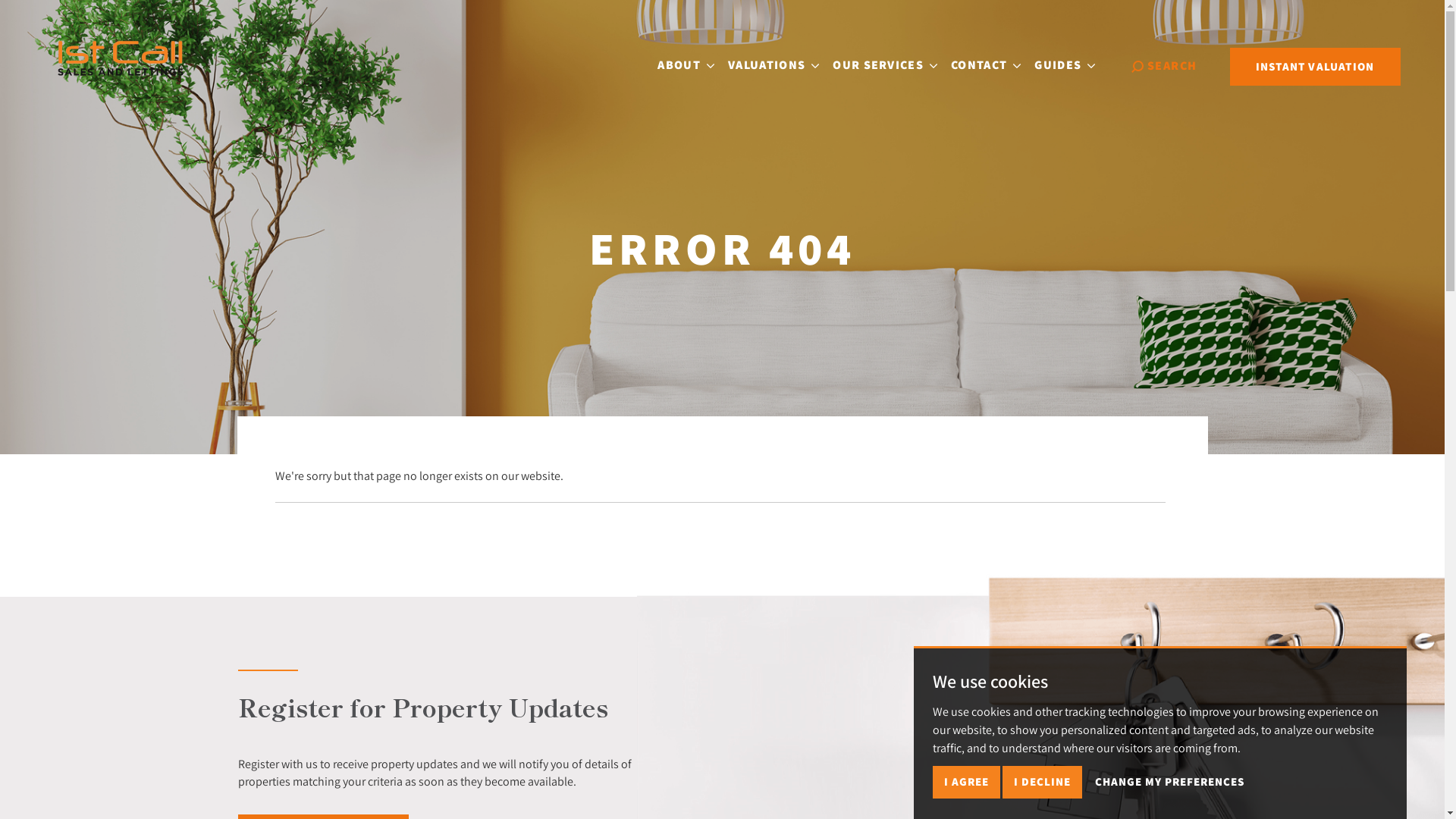 The width and height of the screenshot is (1456, 819). Describe the element at coordinates (965, 782) in the screenshot. I see `'I AGREE'` at that location.